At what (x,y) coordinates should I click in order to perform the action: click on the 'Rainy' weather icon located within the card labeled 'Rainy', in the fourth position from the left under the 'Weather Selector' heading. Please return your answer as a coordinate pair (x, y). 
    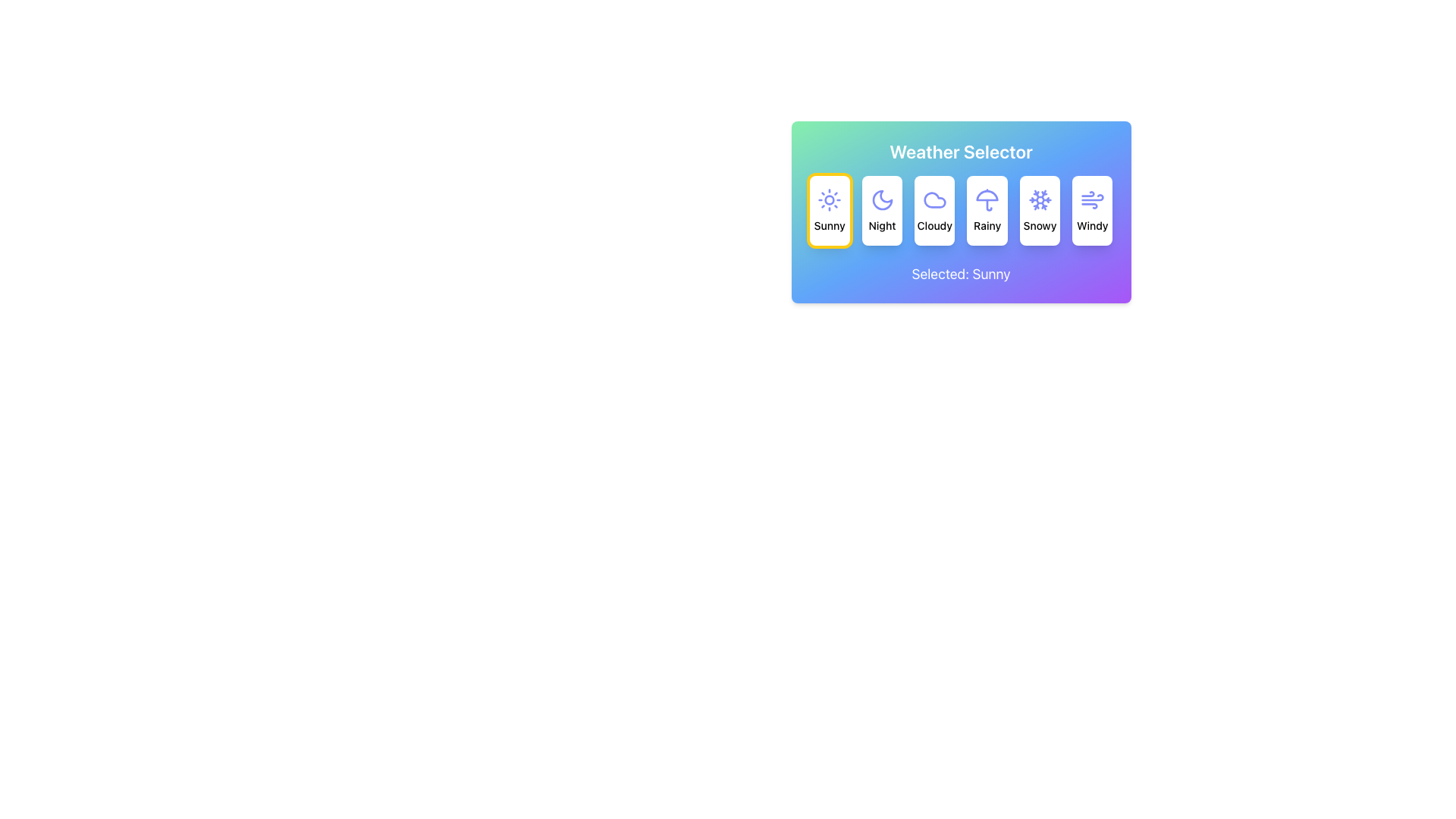
    Looking at the image, I should click on (987, 199).